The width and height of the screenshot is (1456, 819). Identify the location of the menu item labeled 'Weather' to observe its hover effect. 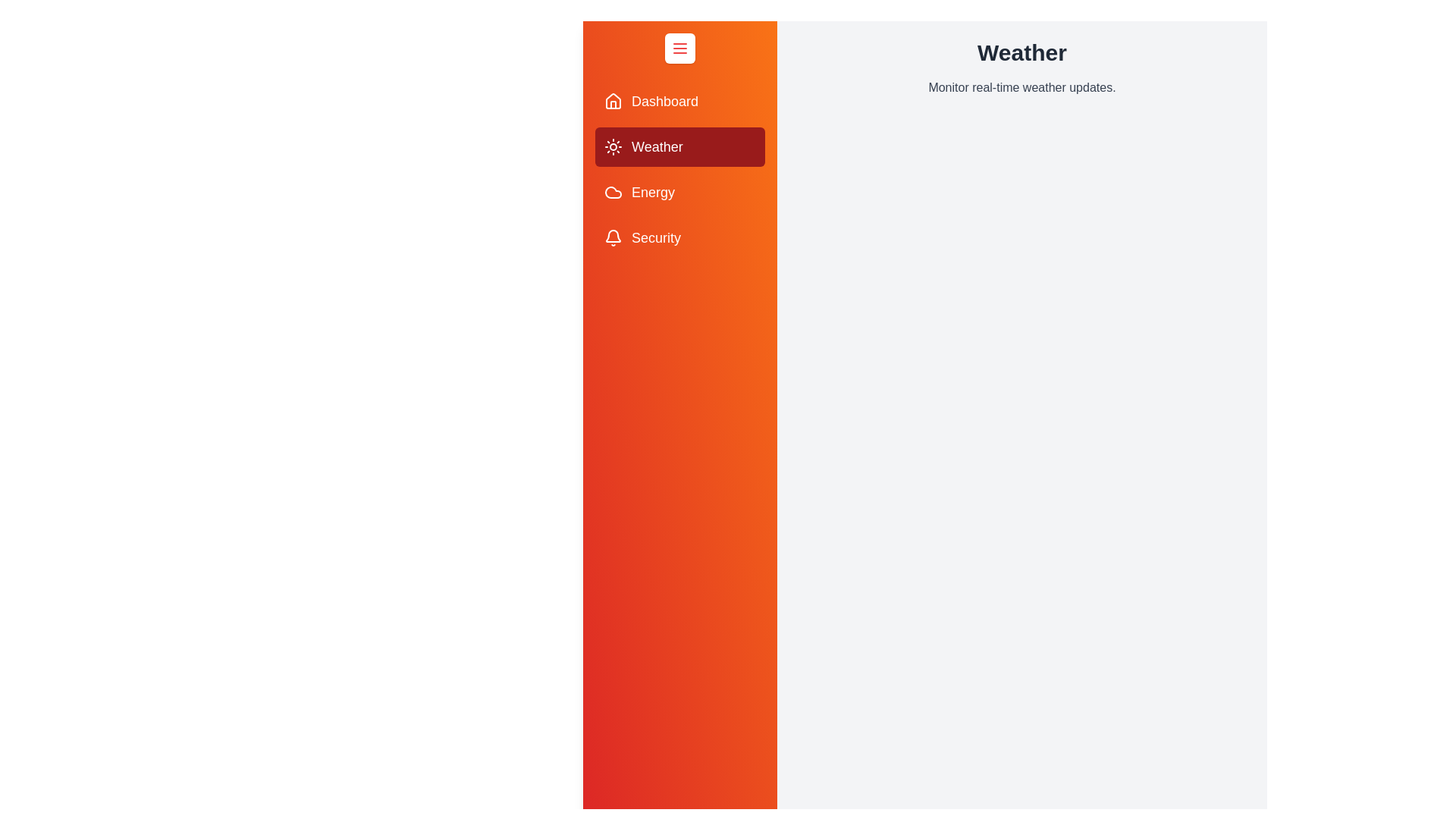
(679, 146).